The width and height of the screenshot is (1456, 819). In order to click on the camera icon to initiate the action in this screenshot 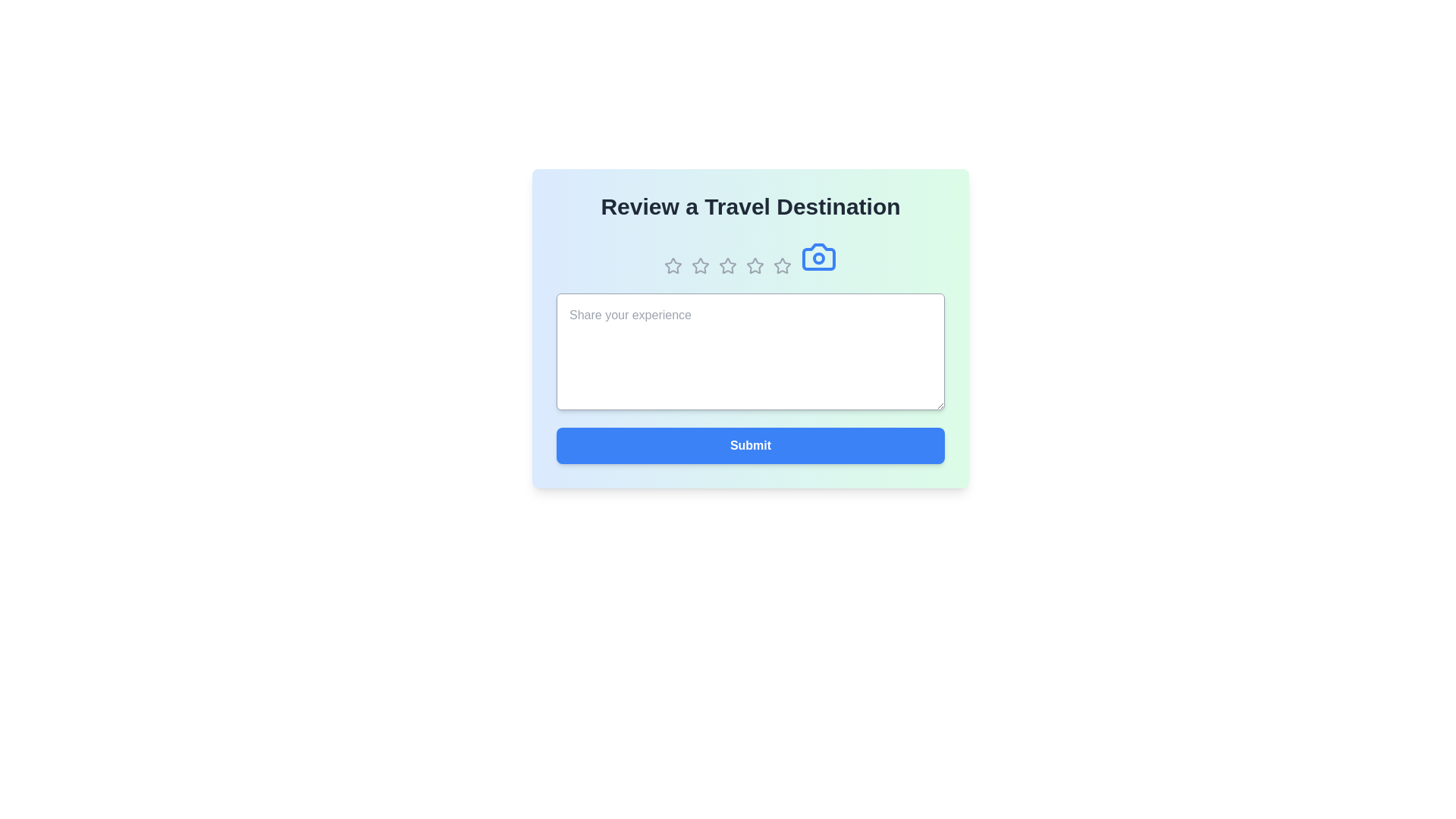, I will do `click(818, 256)`.